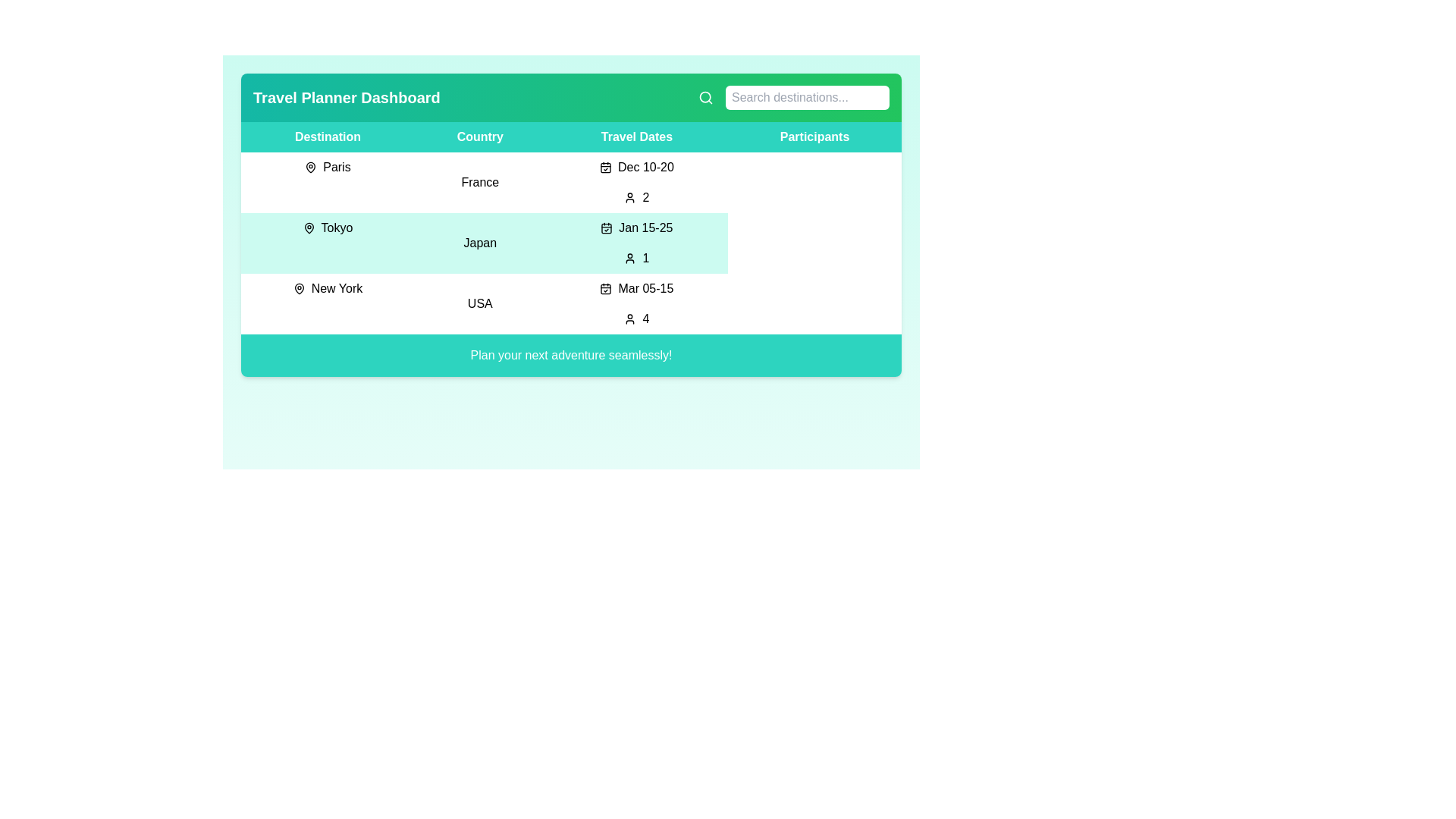 This screenshot has width=1456, height=819. Describe the element at coordinates (814, 137) in the screenshot. I see `the 'Participants' text label, which is the last element in the header row with a teal background and white text` at that location.